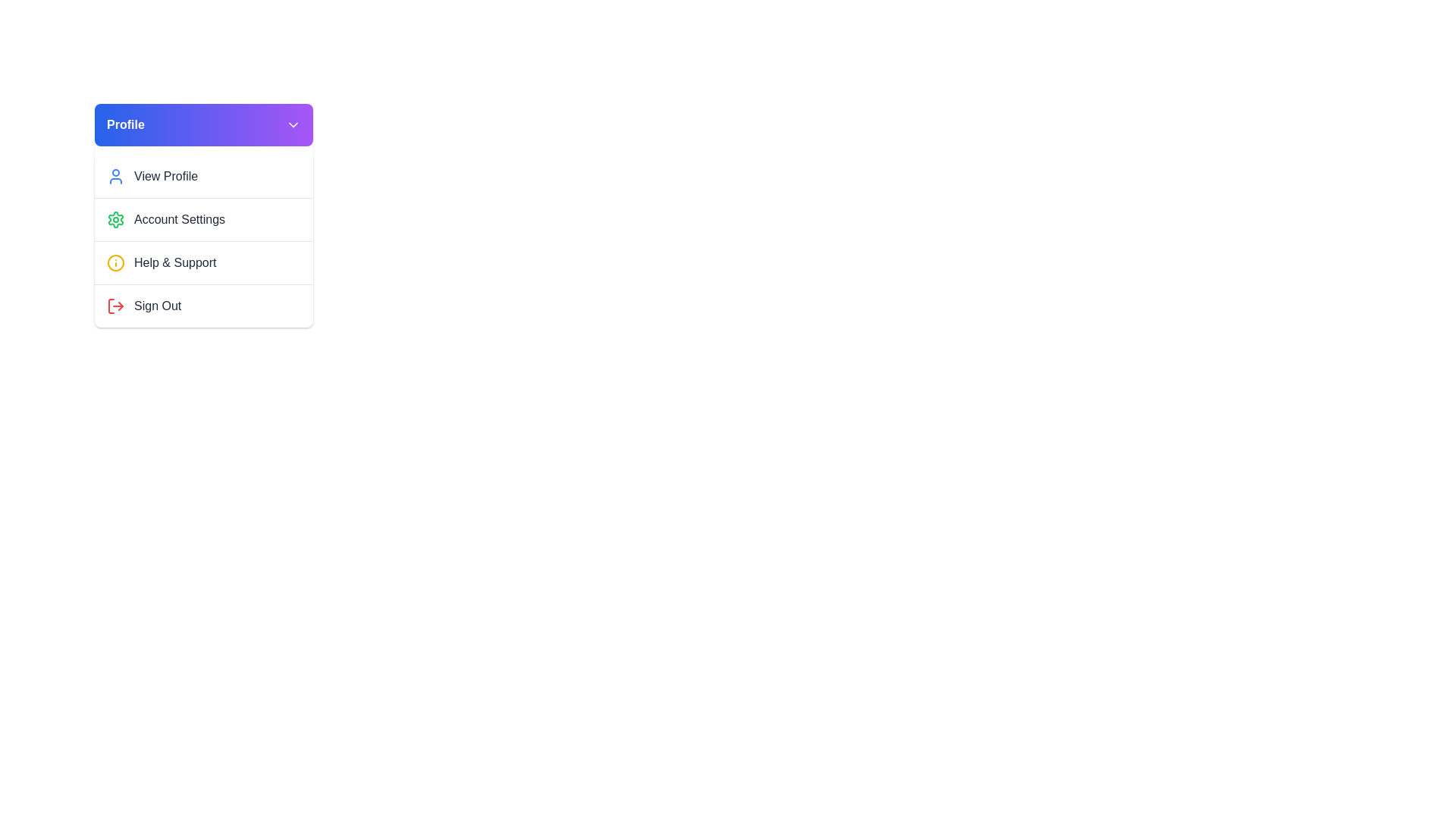 This screenshot has width=1456, height=819. I want to click on the circular yellow icon located to the left of the 'Help & Support' menu item in the 'Profile' section, so click(115, 262).